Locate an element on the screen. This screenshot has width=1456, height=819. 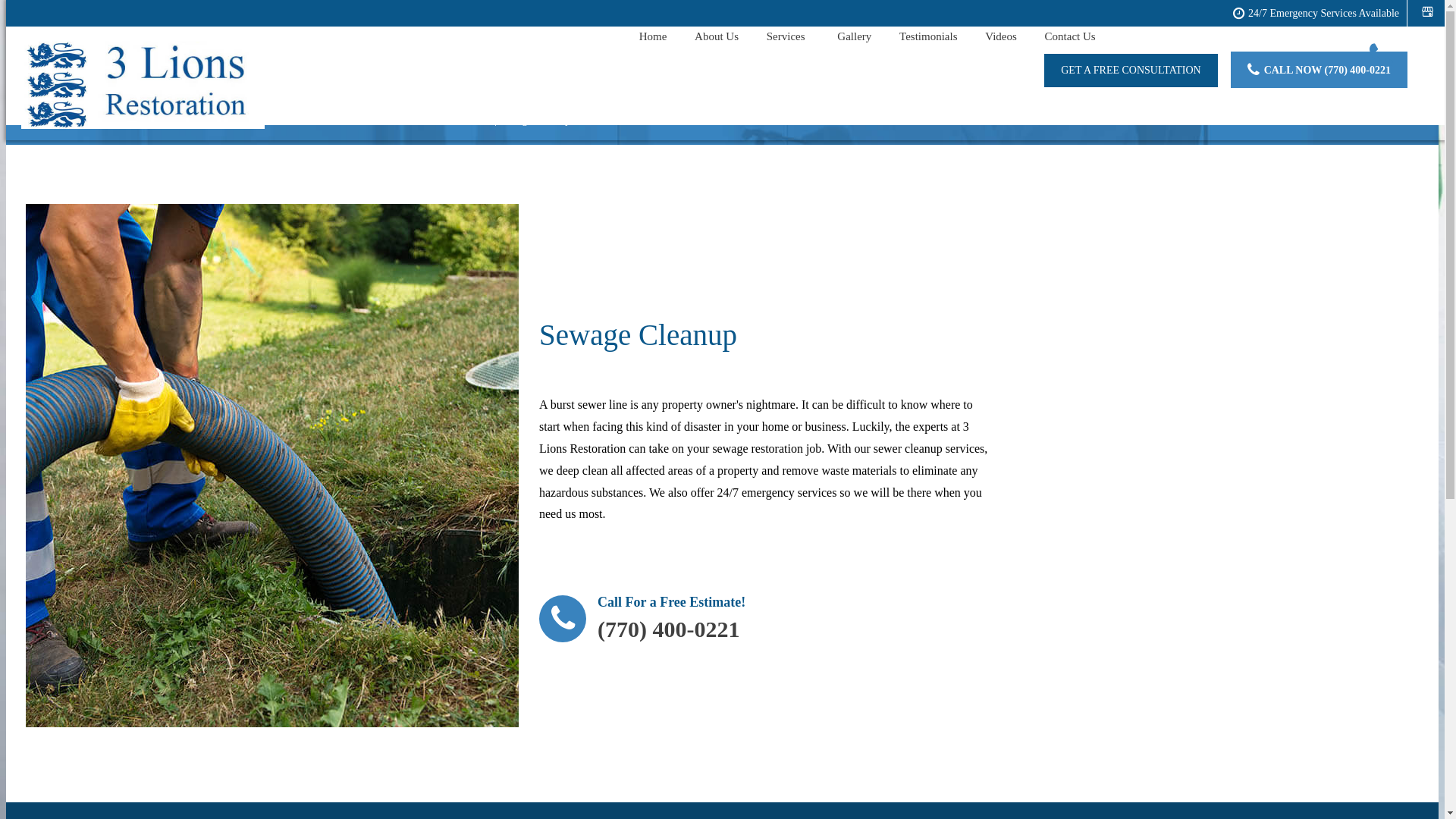
'Home' is located at coordinates (653, 36).